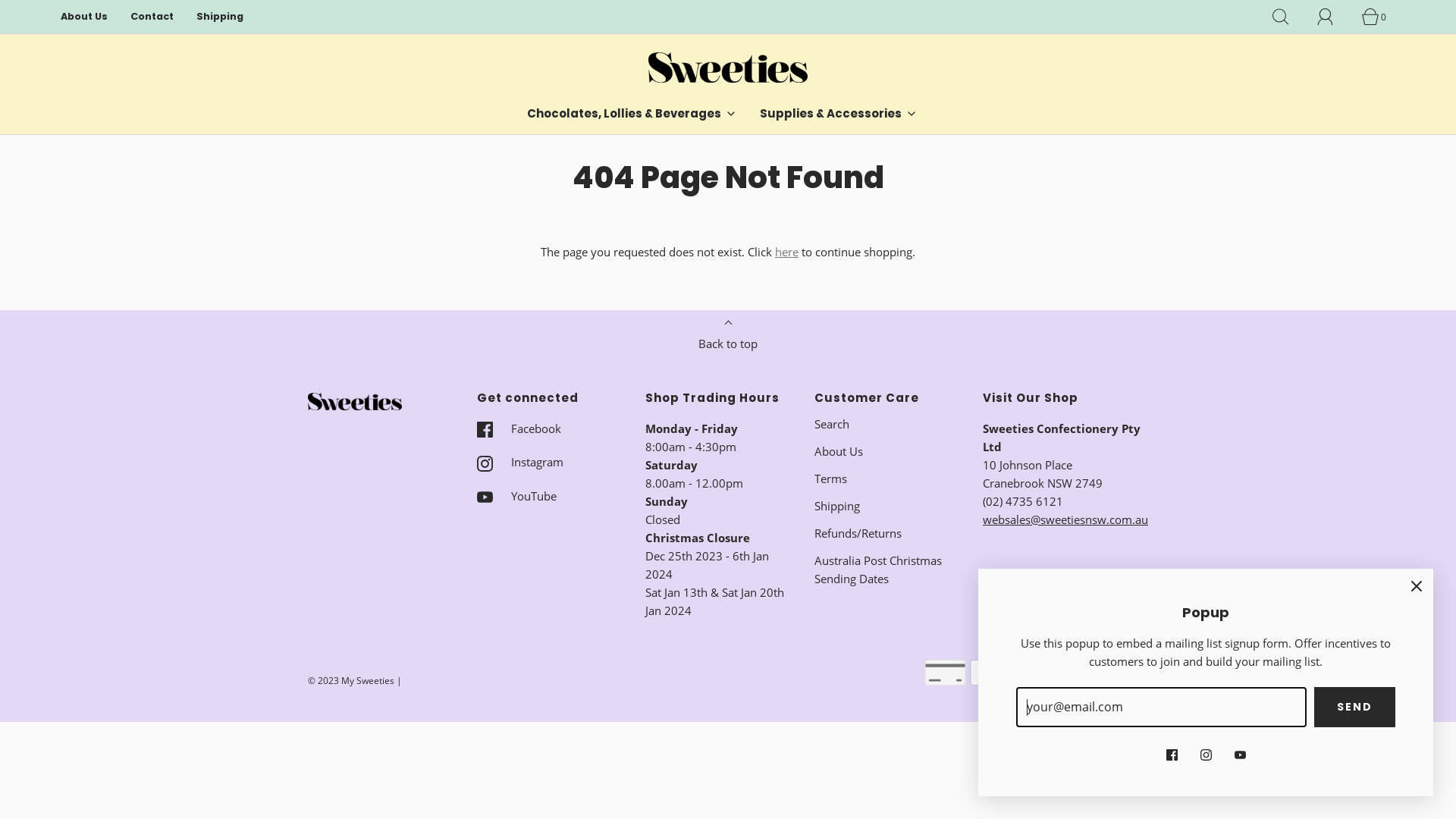 This screenshot has height=819, width=1456. I want to click on 'Shipping', so click(218, 17).